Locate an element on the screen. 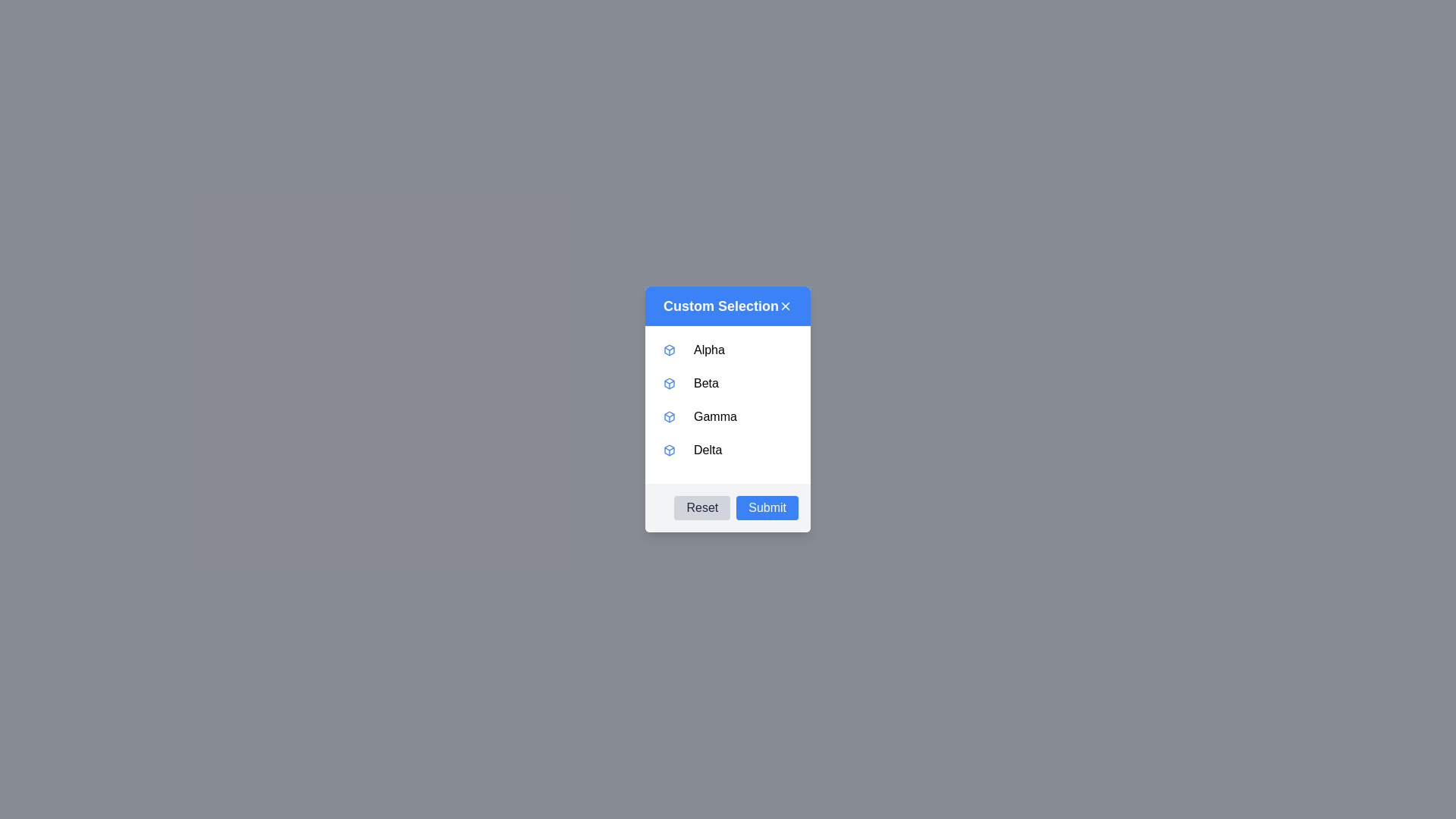 This screenshot has height=819, width=1456. the list item labeled 'Gamma' in the 'Custom Selection' modal is located at coordinates (728, 417).